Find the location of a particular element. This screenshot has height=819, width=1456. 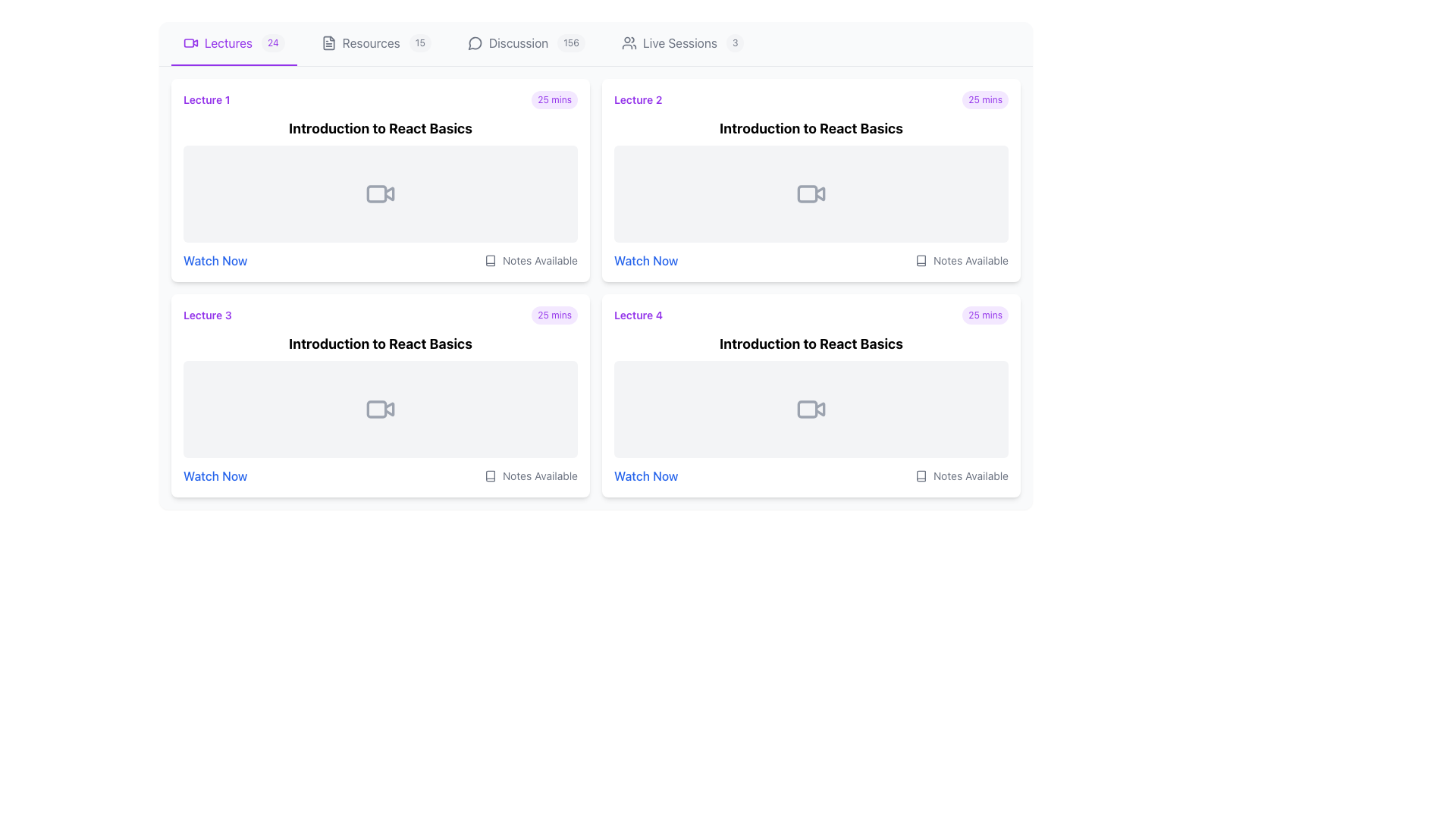

the SVG graphic illustrating a document icon located in the upper navigation bar, which is styled as a simple outline resembling a document or sheet symbol is located at coordinates (328, 42).